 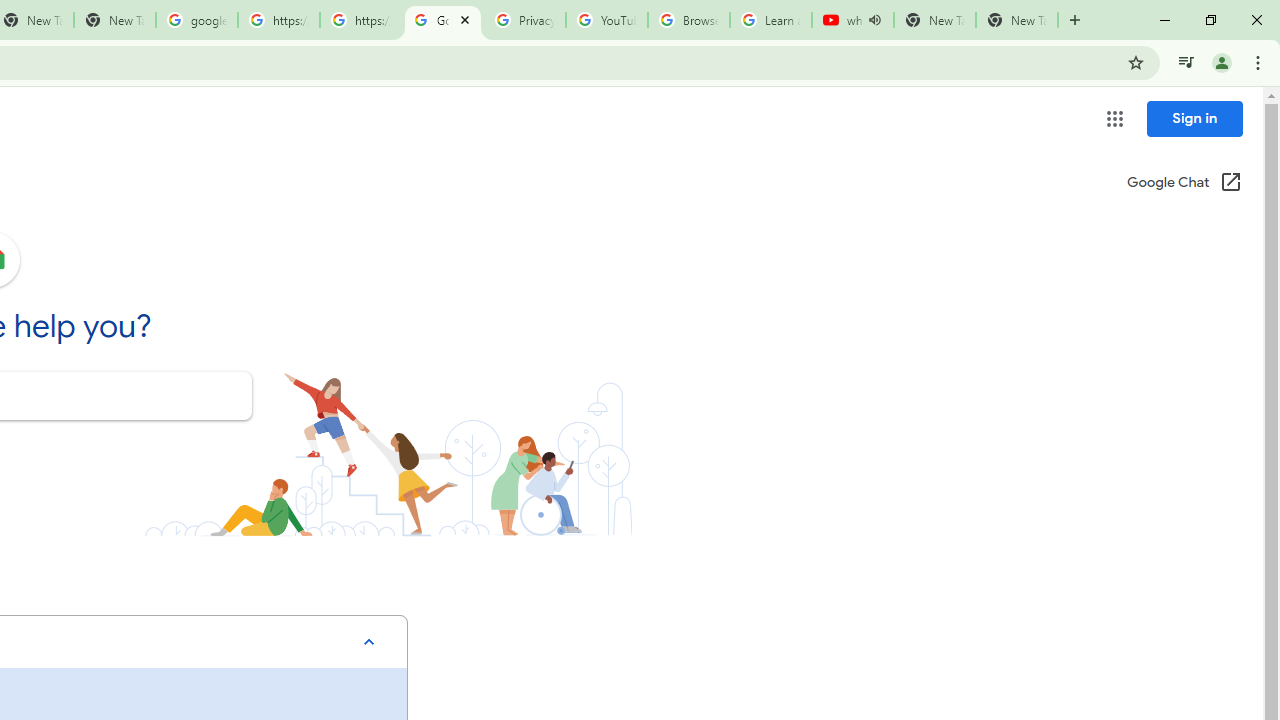 What do you see at coordinates (1016, 20) in the screenshot?
I see `'New Tab'` at bounding box center [1016, 20].